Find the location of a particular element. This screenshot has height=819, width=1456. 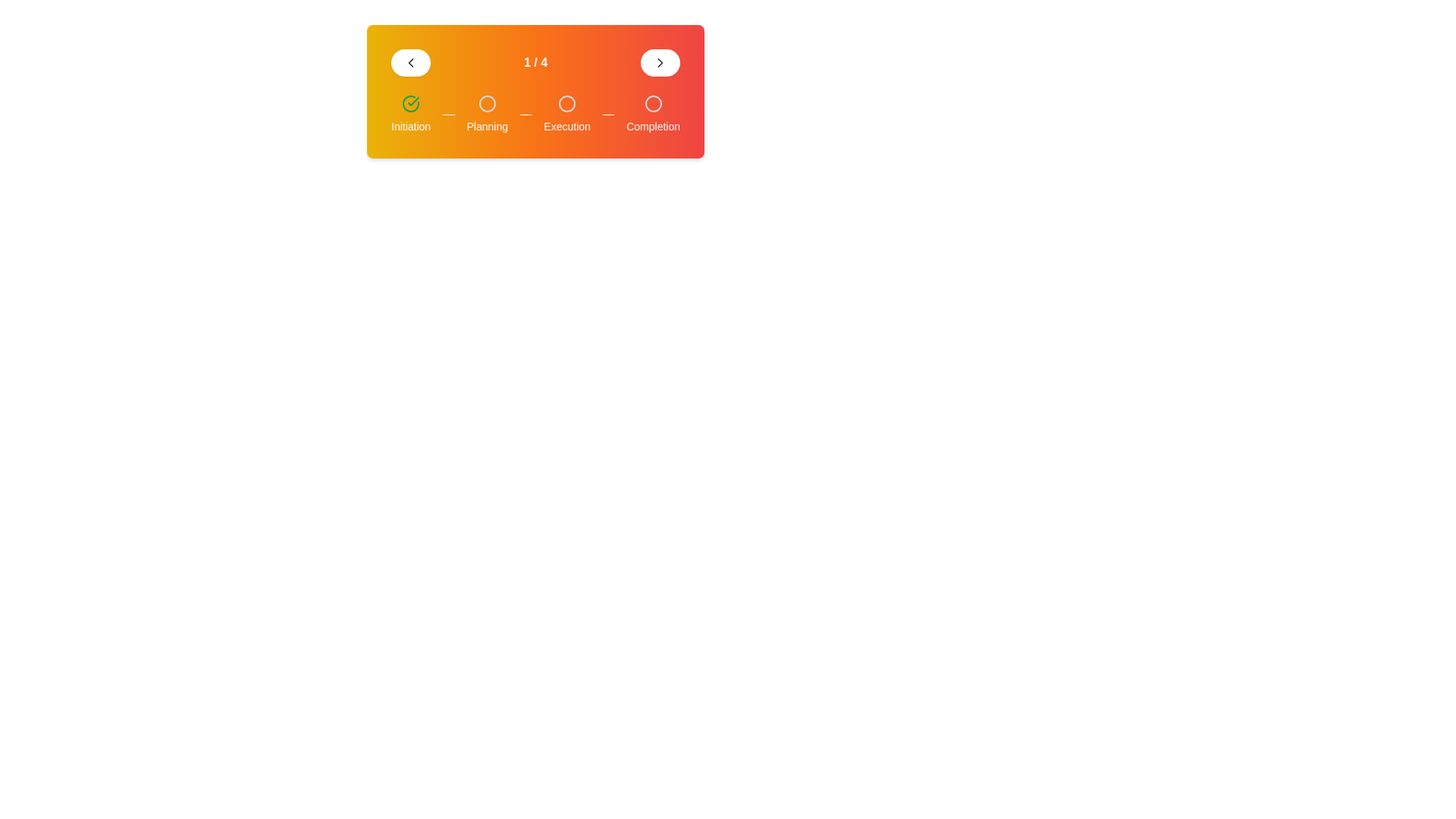

the first step of the interactive status step indicator, which indicates that the 'Initiation' stage has been completed is located at coordinates (411, 113).